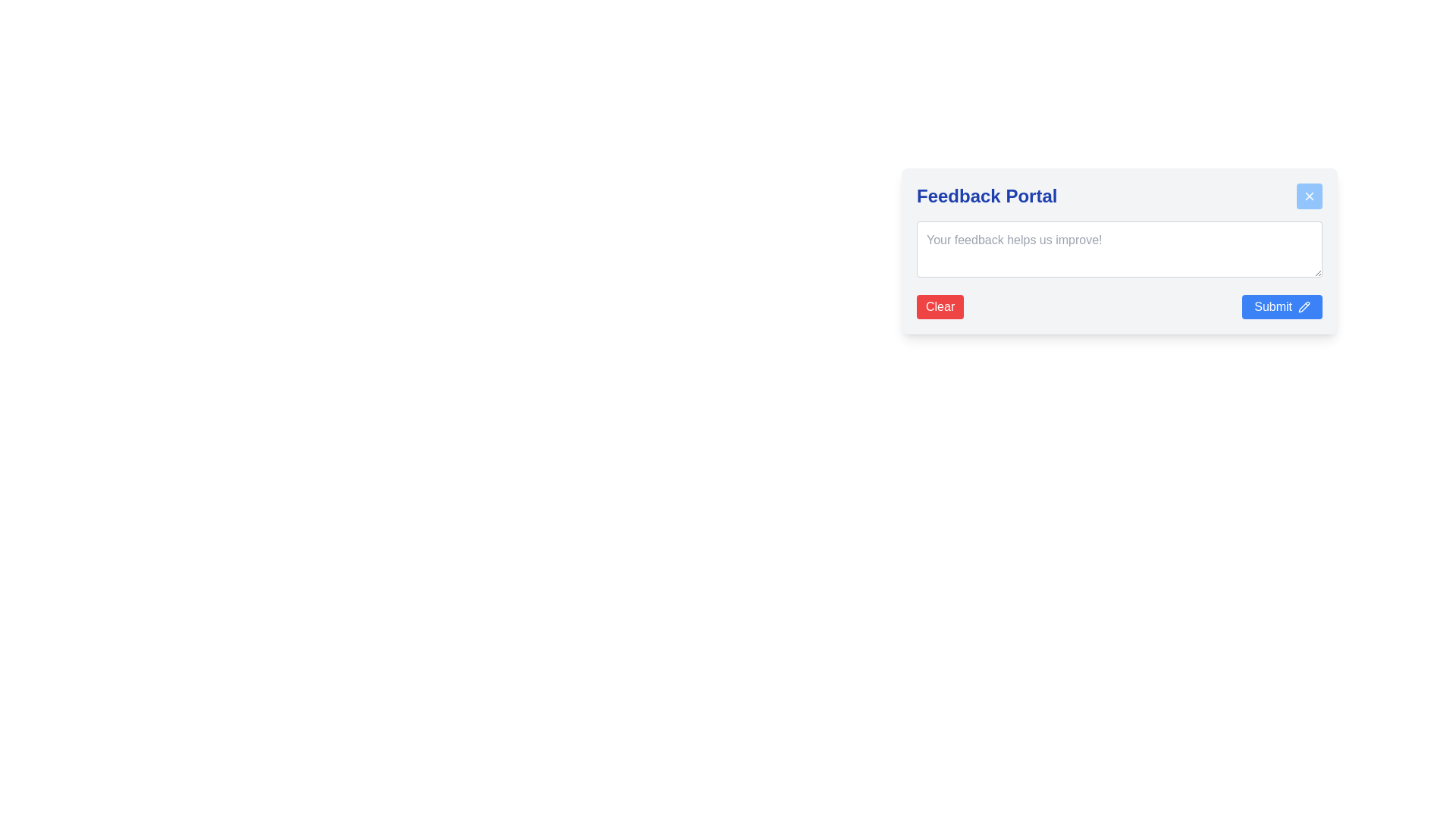 This screenshot has width=1456, height=819. I want to click on the submit button located at the bottom-right corner of the 'Feedback Portal' form, so click(1282, 307).